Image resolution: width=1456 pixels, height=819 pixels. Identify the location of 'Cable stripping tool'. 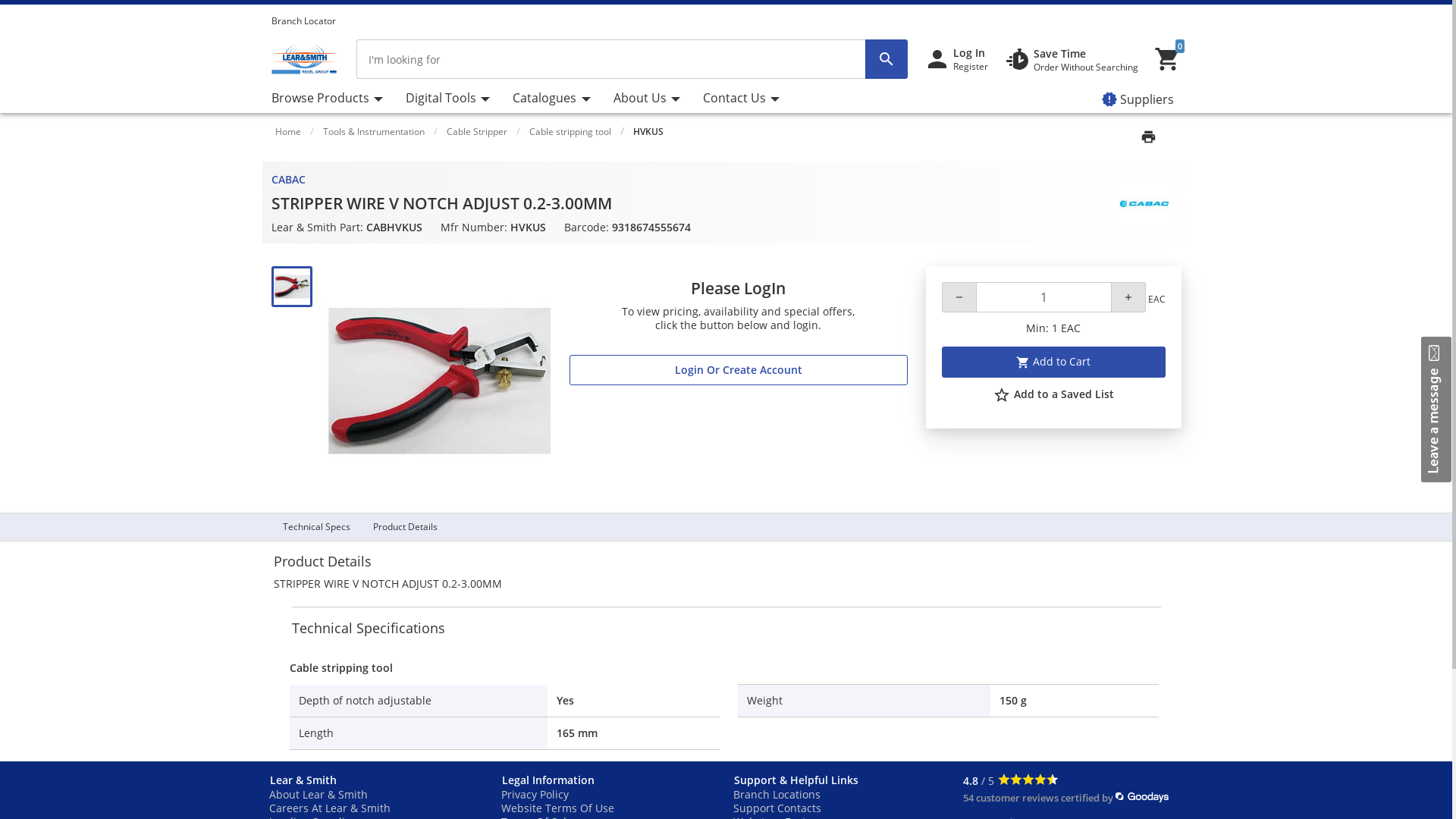
(529, 130).